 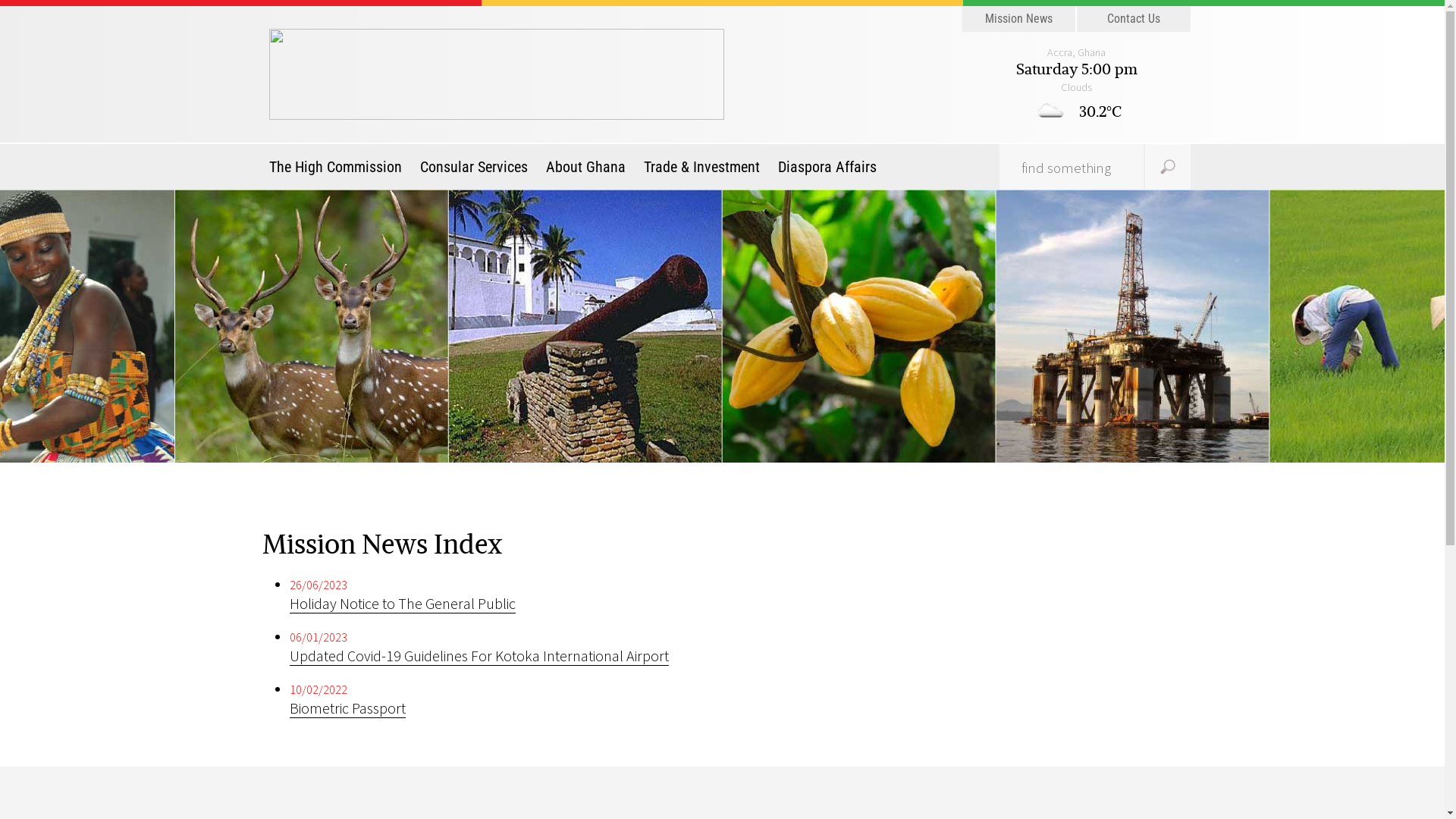 What do you see at coordinates (403, 602) in the screenshot?
I see `'Holiday Notice to The General Public'` at bounding box center [403, 602].